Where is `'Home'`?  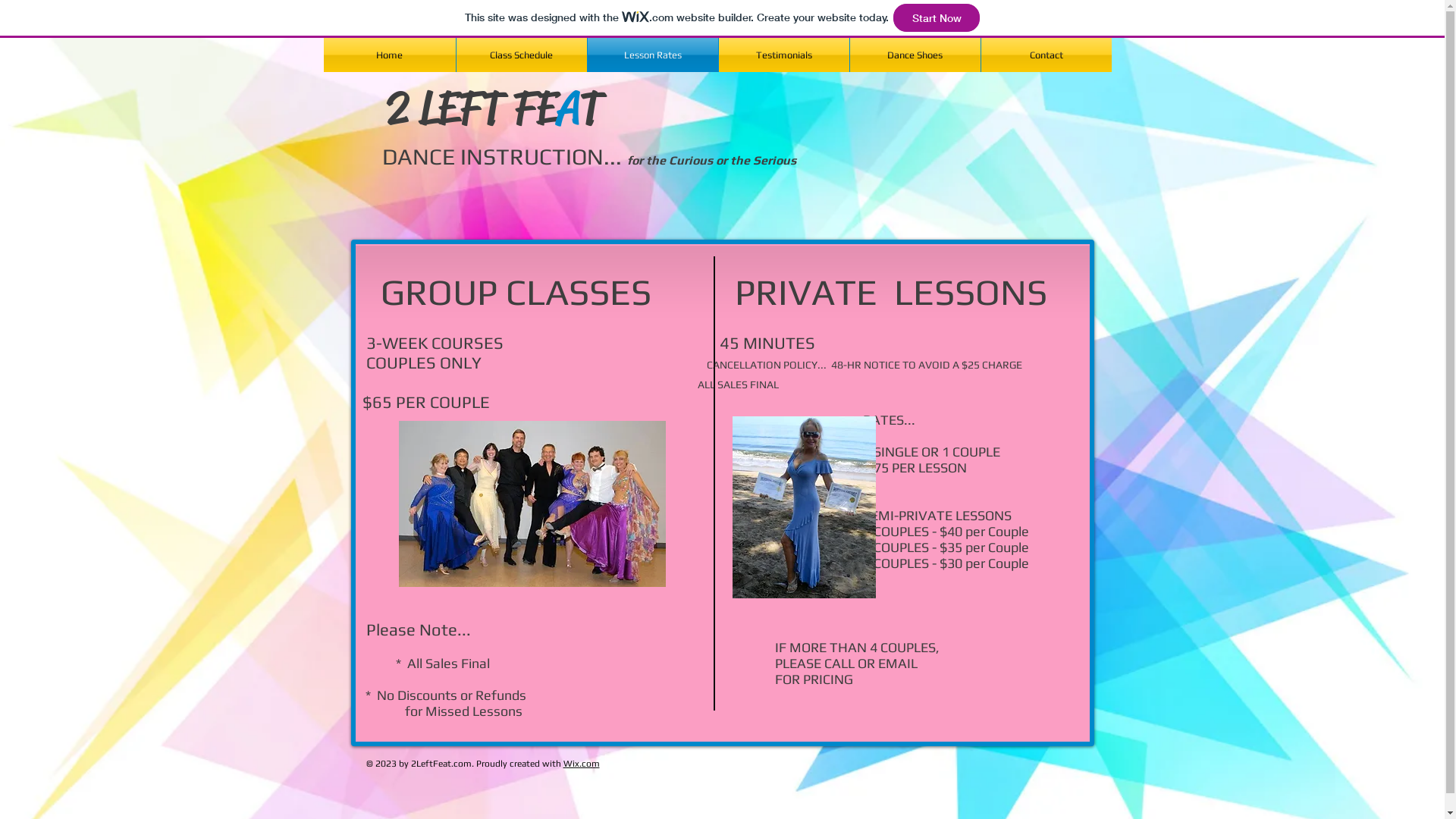 'Home' is located at coordinates (322, 54).